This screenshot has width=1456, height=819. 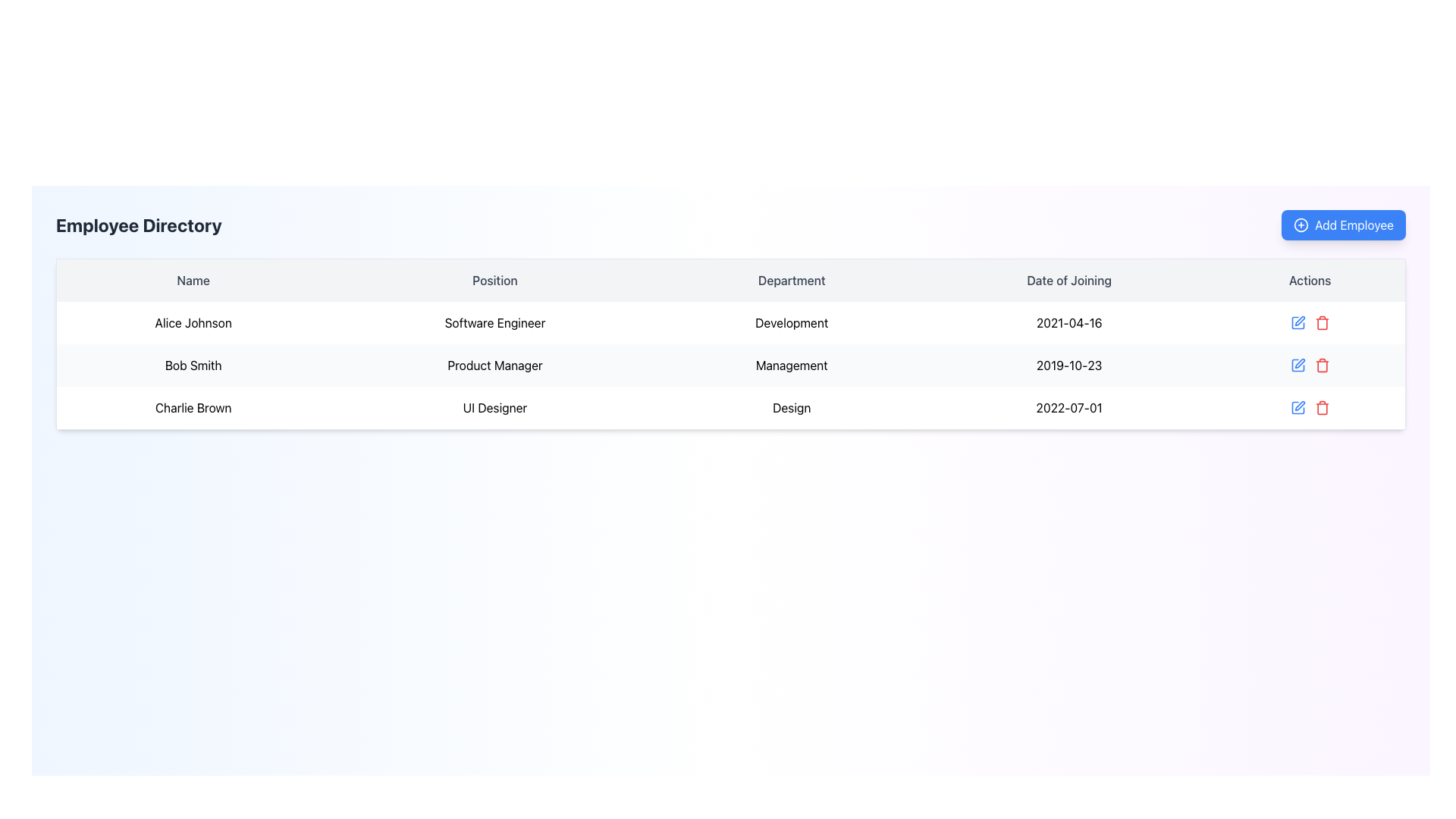 I want to click on the action area within the table row for employee 'Bob Smith' in the 'Actions' column, located at the coordinates provided, so click(x=1310, y=366).